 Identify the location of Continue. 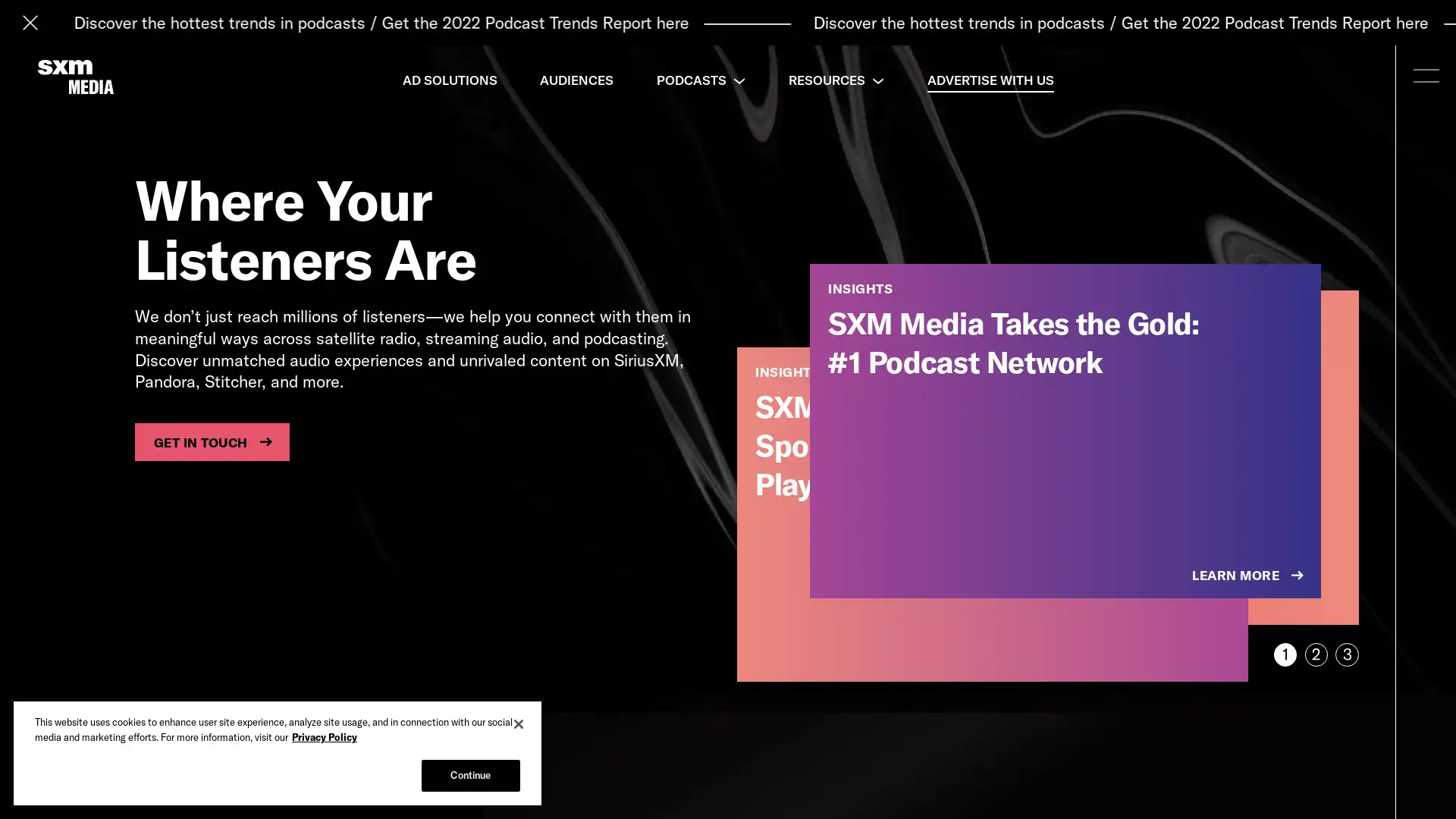
(469, 775).